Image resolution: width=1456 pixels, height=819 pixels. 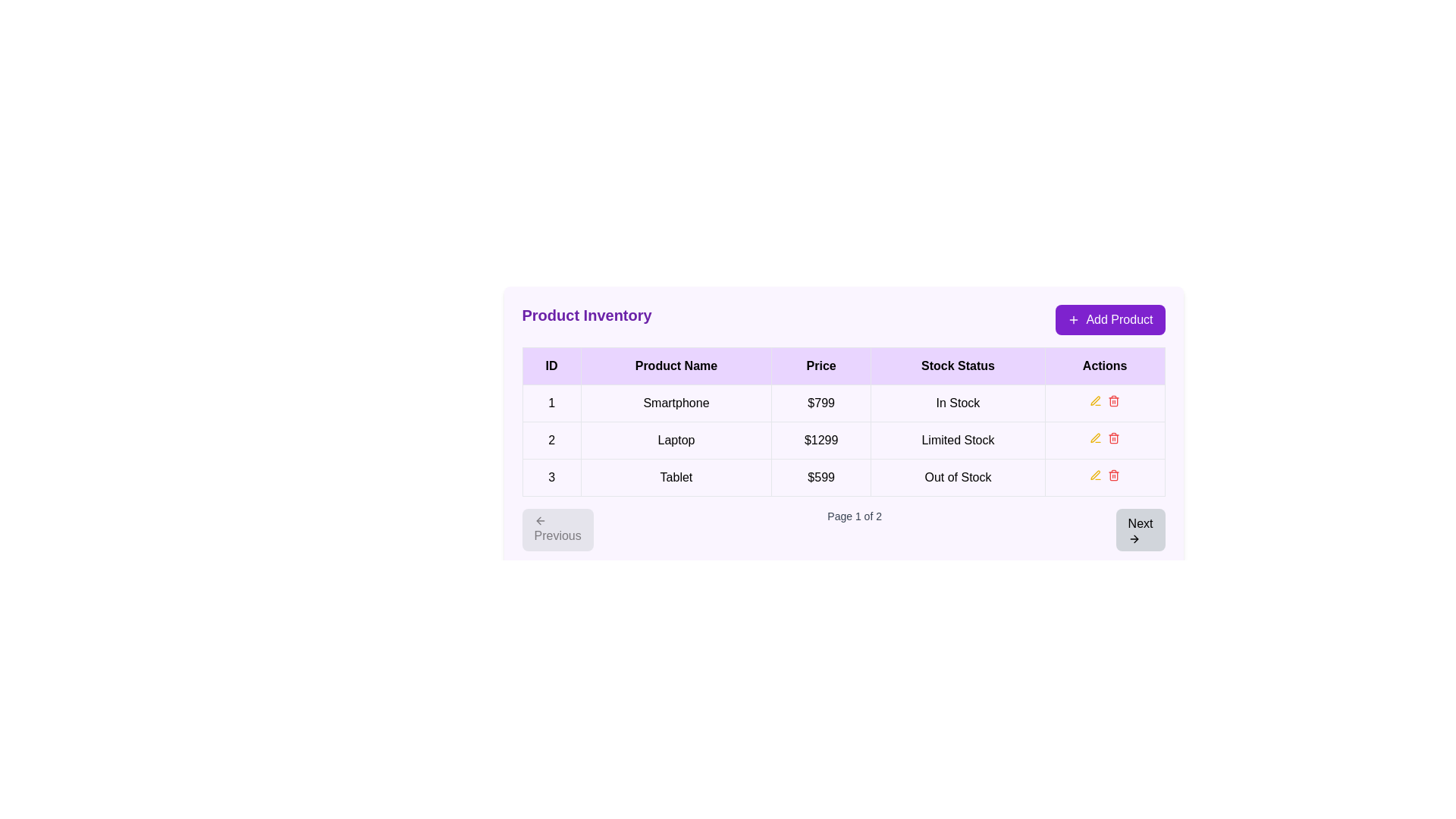 I want to click on the 'Previous' button which contains the left-pointing arrow SVG icon located at the bottom-left corner of the interface, so click(x=538, y=519).